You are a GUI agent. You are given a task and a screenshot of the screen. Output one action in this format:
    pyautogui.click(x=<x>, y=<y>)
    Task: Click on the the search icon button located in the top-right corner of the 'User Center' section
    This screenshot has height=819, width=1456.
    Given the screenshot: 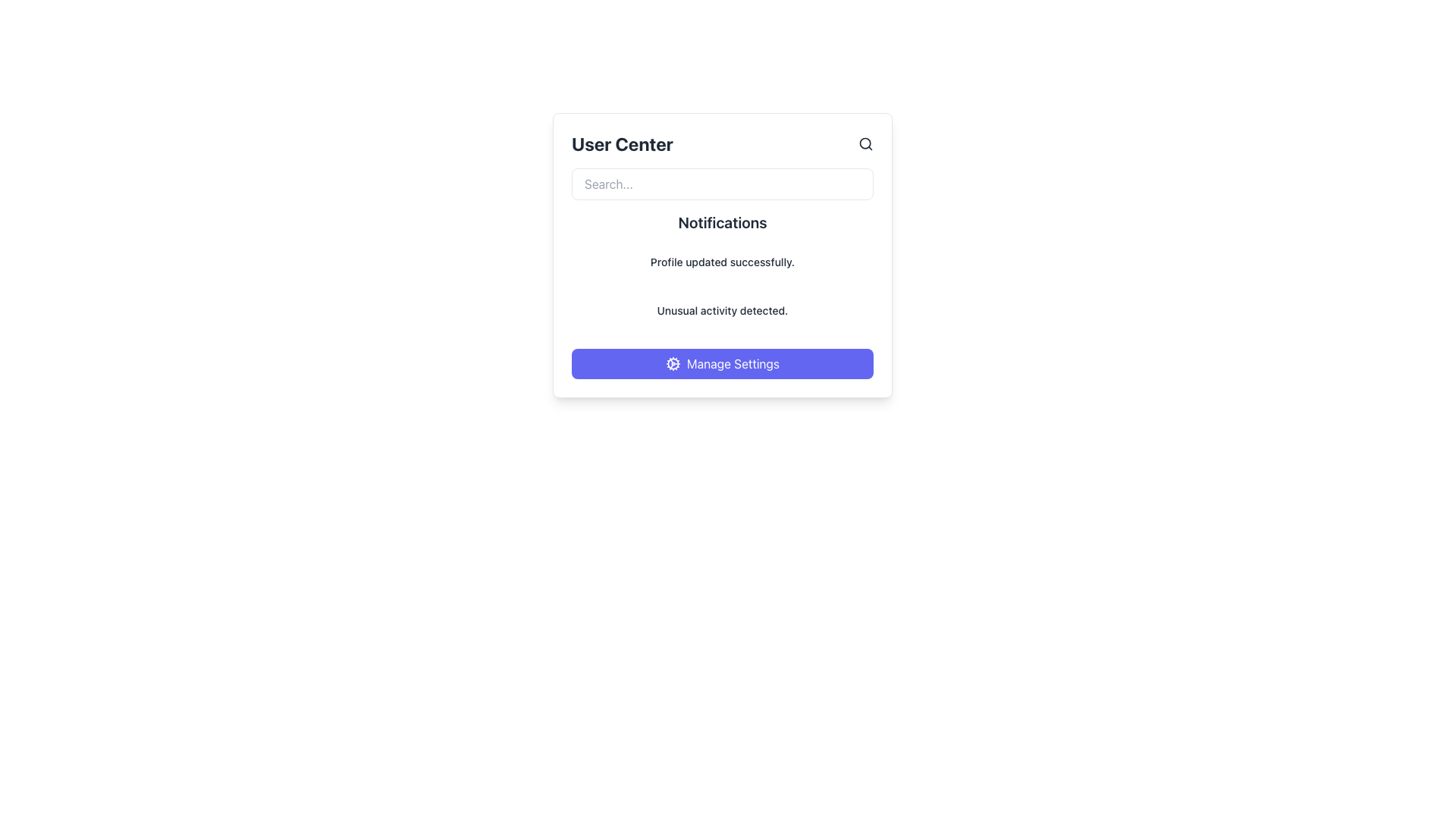 What is the action you would take?
    pyautogui.click(x=866, y=143)
    